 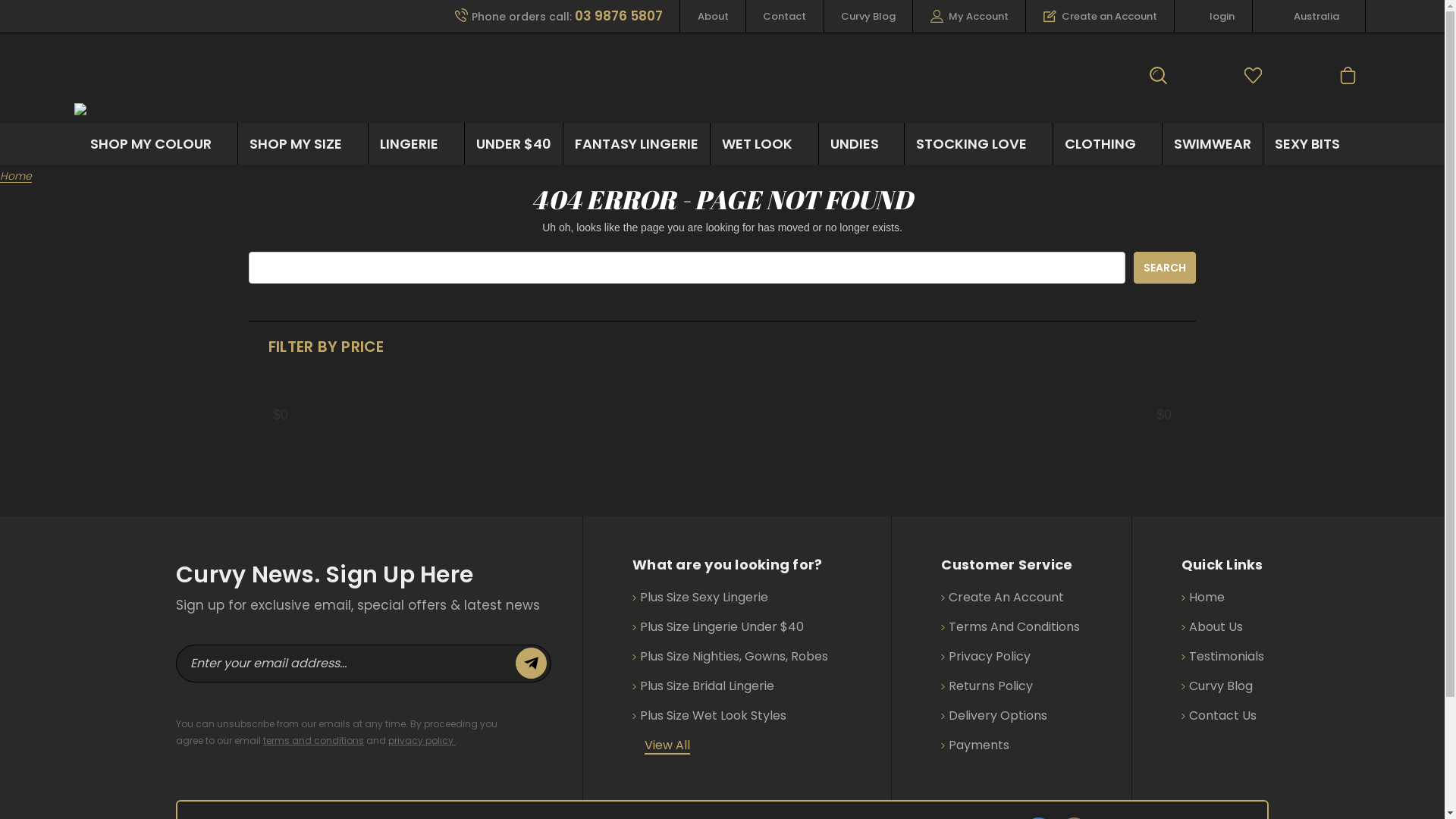 What do you see at coordinates (1164, 267) in the screenshot?
I see `'Search'` at bounding box center [1164, 267].